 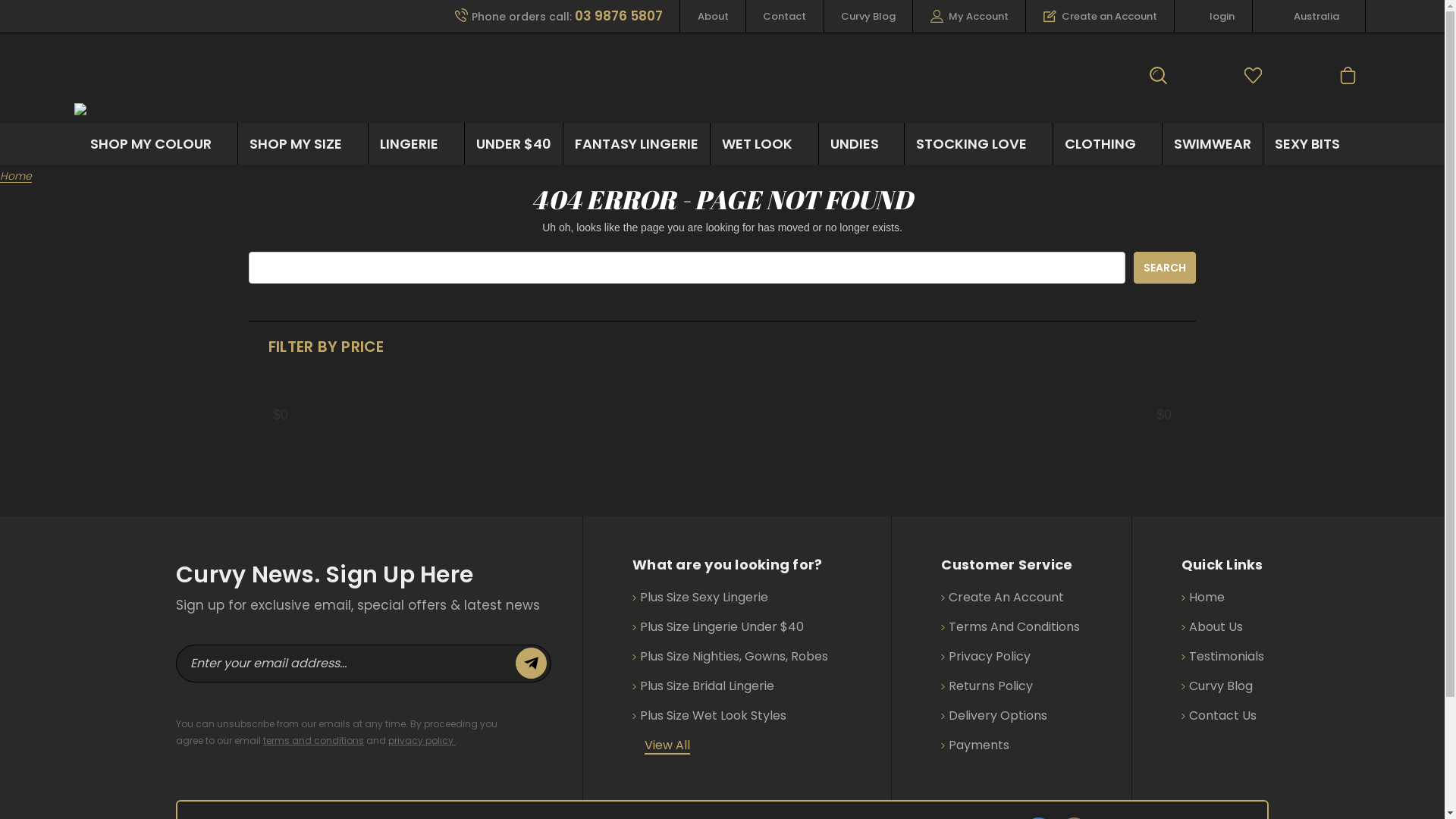 What do you see at coordinates (1164, 267) in the screenshot?
I see `'Search'` at bounding box center [1164, 267].